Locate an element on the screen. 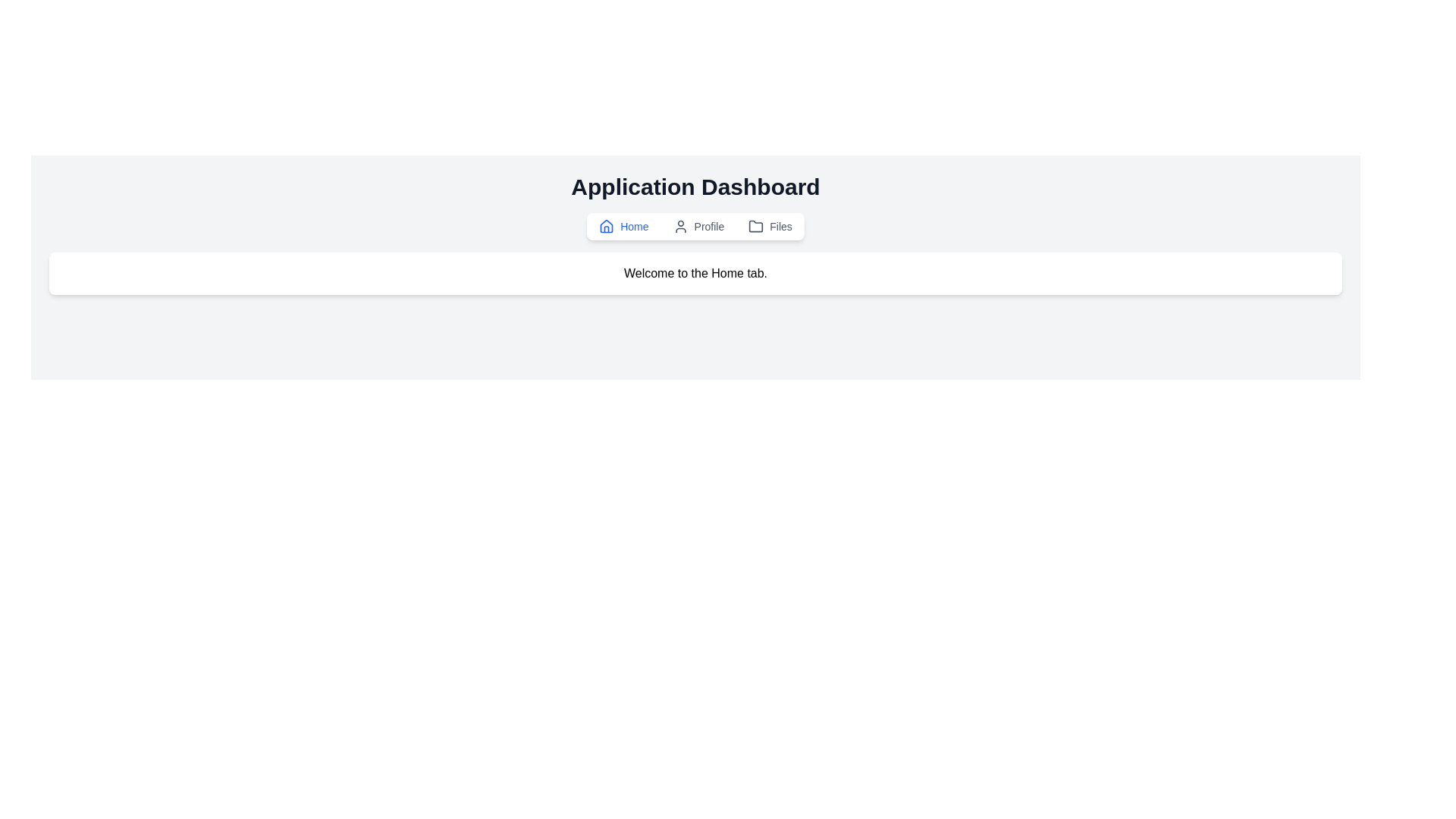  the user's profile icon located in the top central section of the interface, which is part of the navigation button labeled 'Profile' is located at coordinates (679, 227).